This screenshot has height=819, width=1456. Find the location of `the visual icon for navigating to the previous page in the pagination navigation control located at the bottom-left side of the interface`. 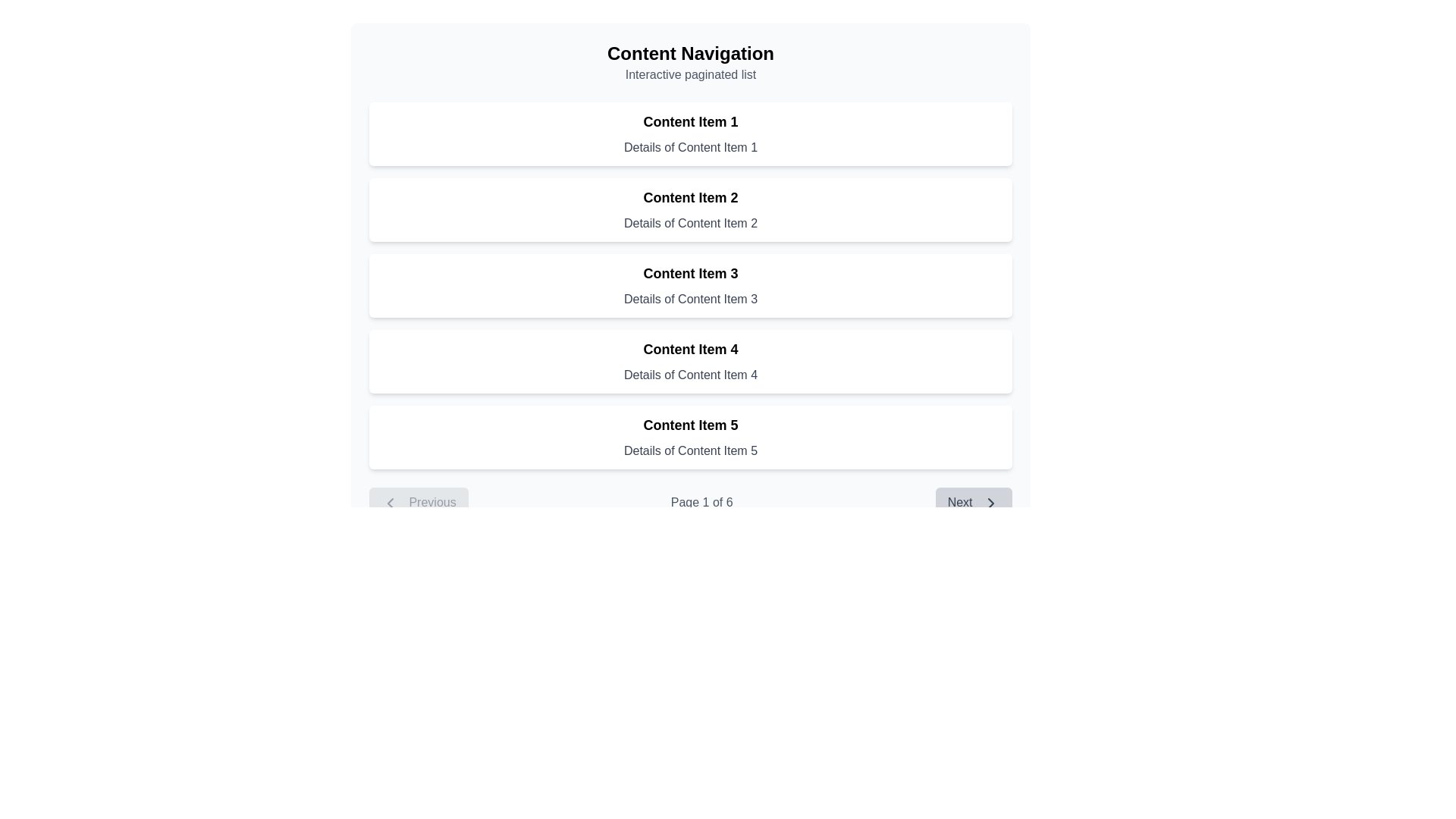

the visual icon for navigating to the previous page in the pagination navigation control located at the bottom-left side of the interface is located at coordinates (390, 503).